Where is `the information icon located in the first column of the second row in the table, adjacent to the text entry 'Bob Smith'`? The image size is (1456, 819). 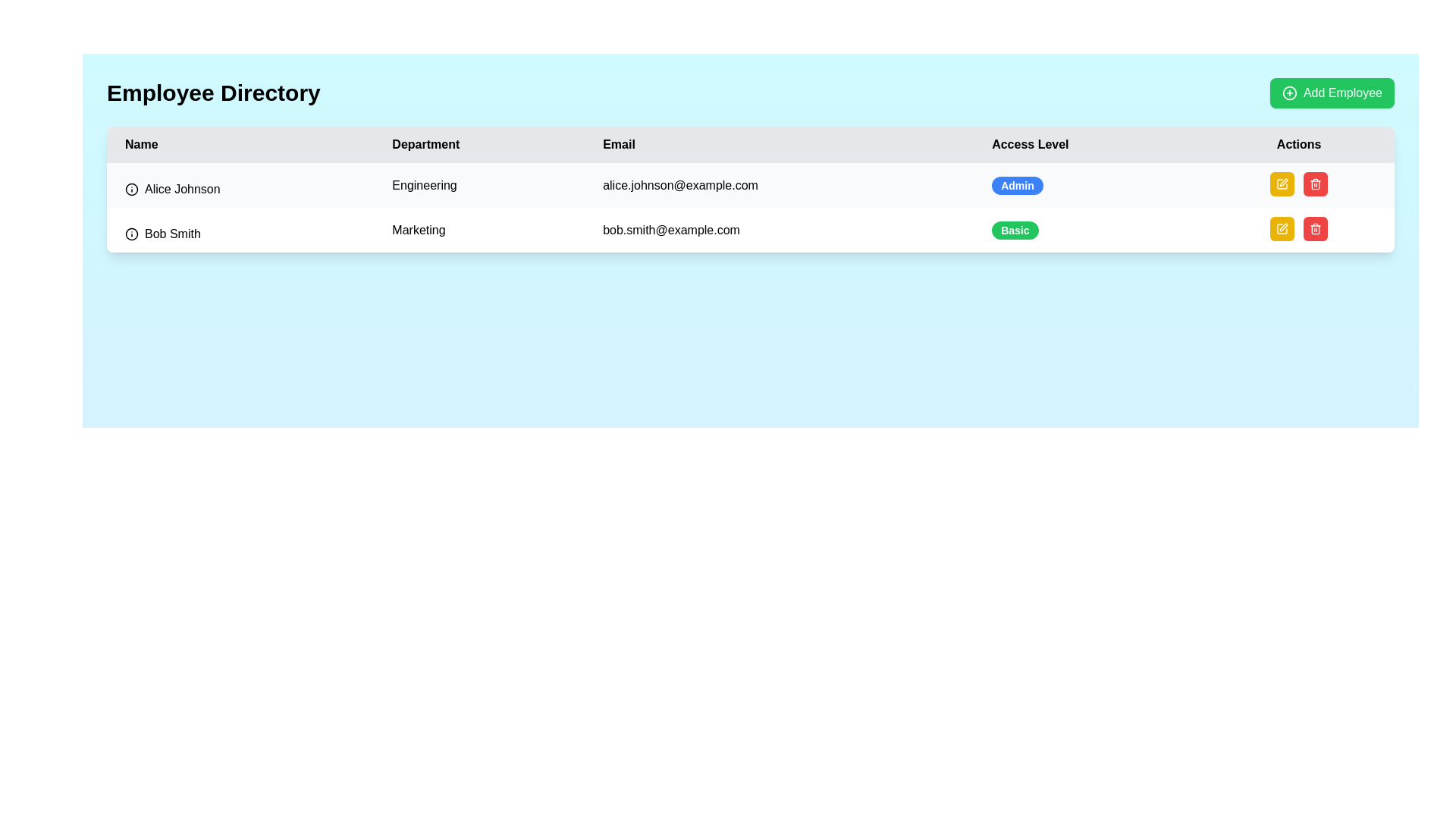
the information icon located in the first column of the second row in the table, adjacent to the text entry 'Bob Smith' is located at coordinates (131, 234).